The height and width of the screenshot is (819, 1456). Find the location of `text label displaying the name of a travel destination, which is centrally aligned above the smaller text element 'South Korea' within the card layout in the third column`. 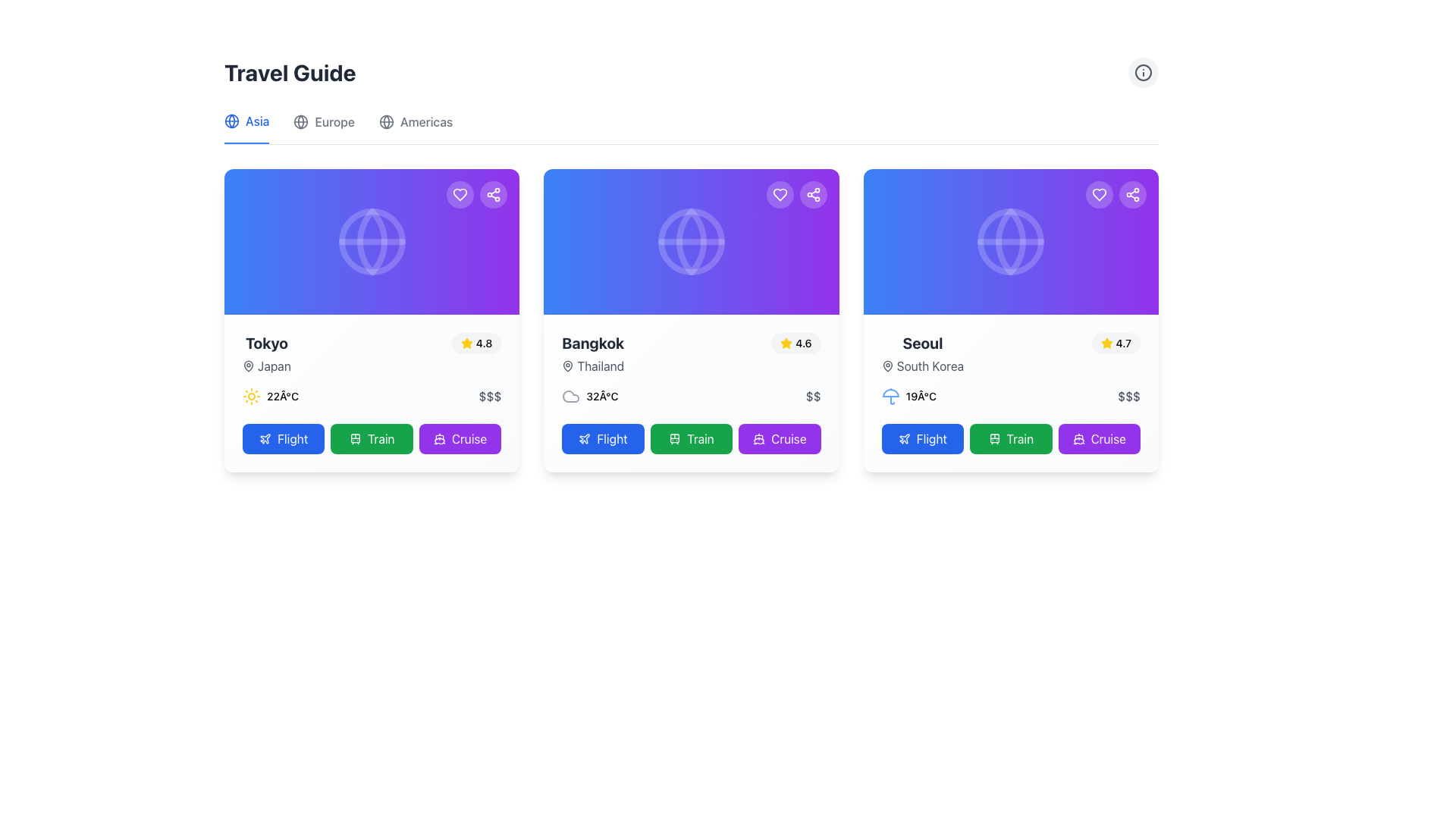

text label displaying the name of a travel destination, which is centrally aligned above the smaller text element 'South Korea' within the card layout in the third column is located at coordinates (921, 343).